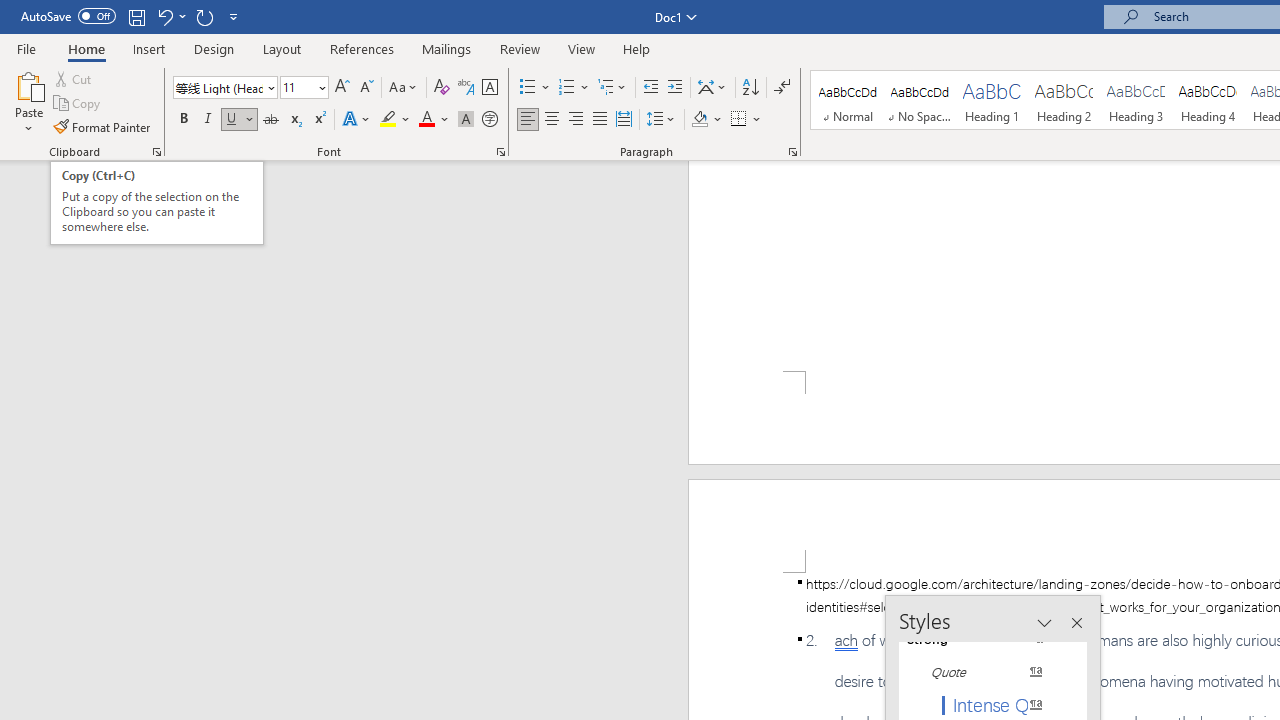 The image size is (1280, 720). What do you see at coordinates (425, 119) in the screenshot?
I see `'Font Color Automatic'` at bounding box center [425, 119].